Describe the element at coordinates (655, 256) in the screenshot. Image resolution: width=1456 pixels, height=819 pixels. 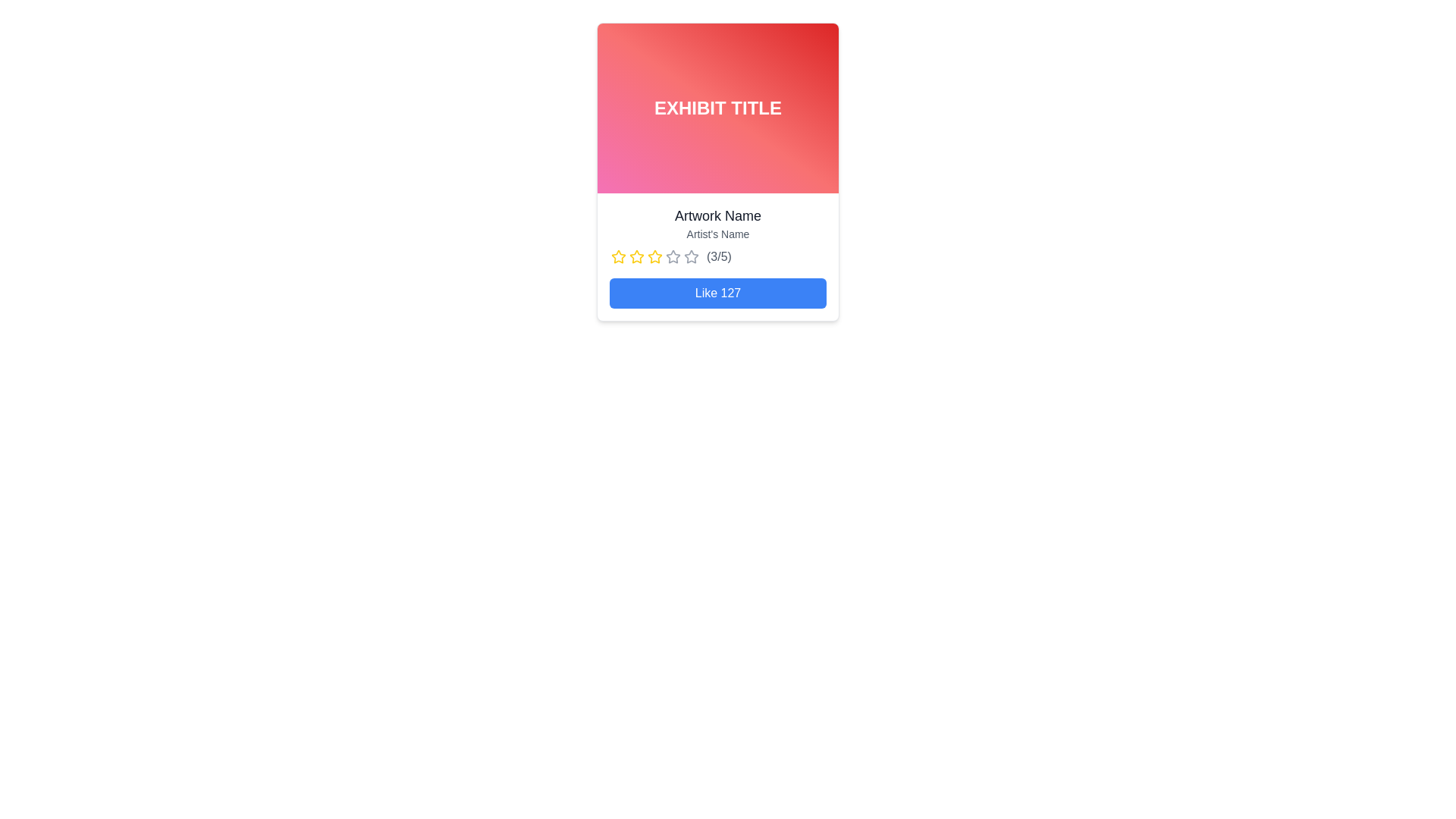
I see `the fourth yellow rating star icon to change the rating` at that location.